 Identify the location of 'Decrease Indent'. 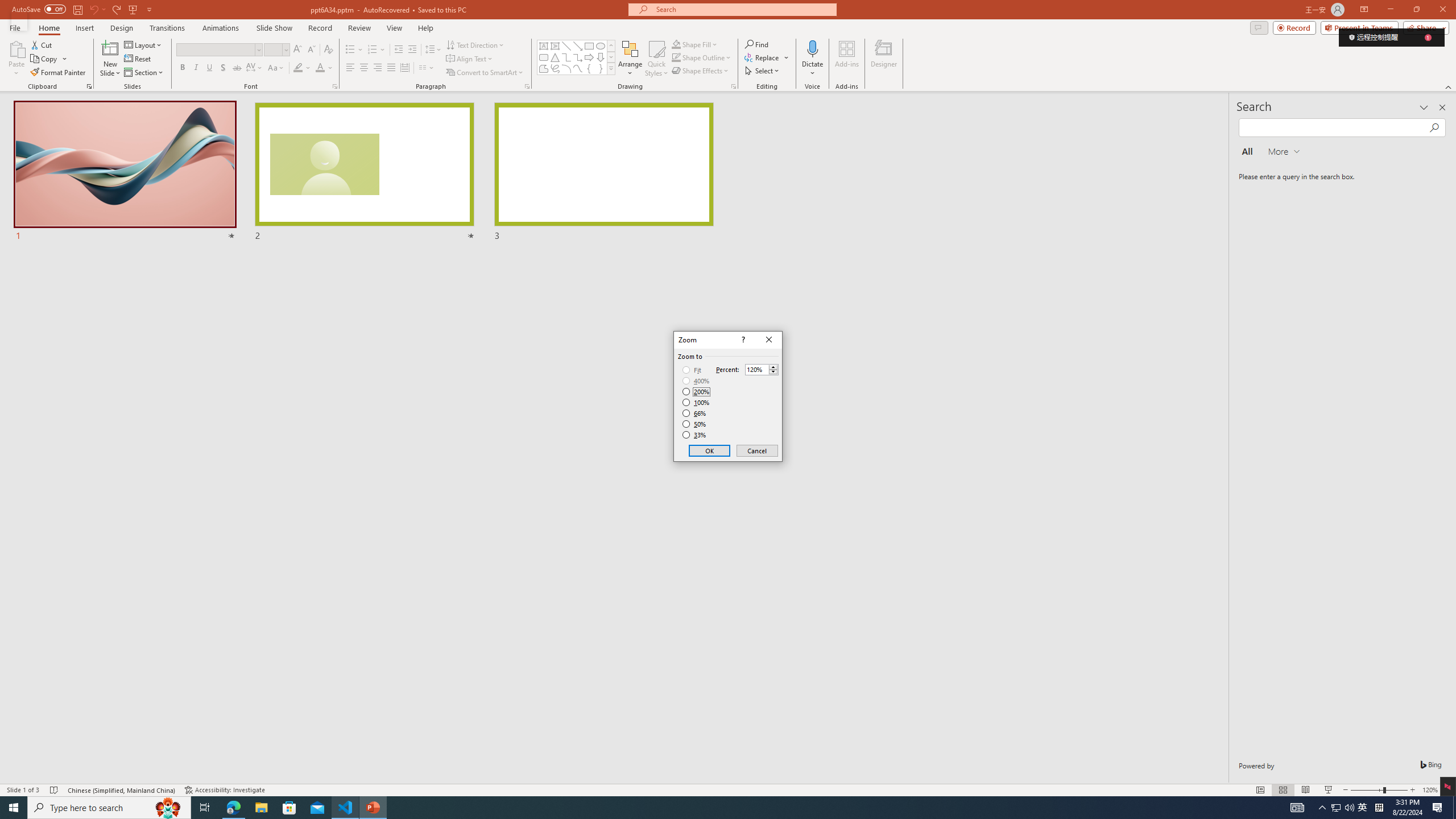
(399, 49).